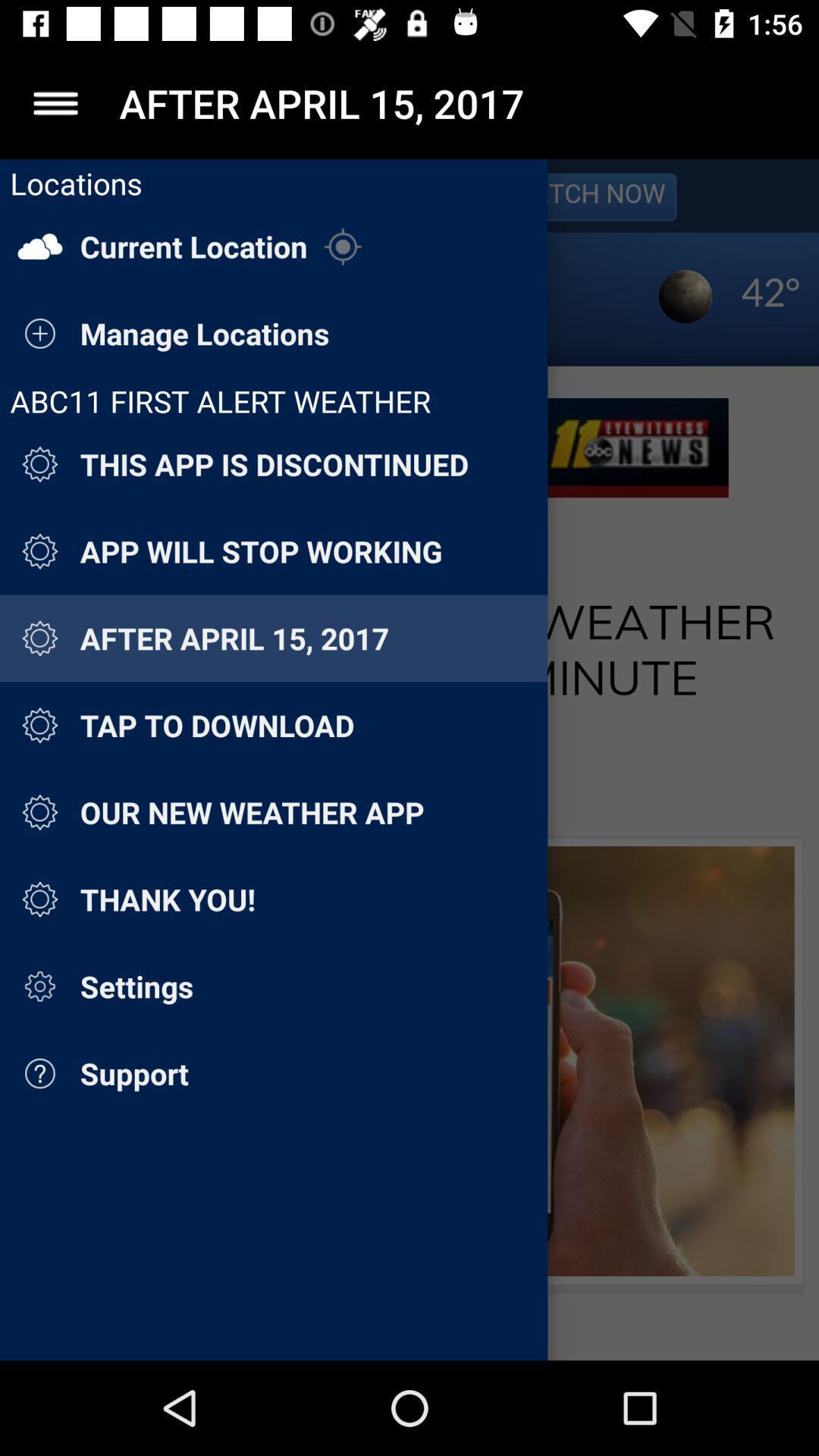 The image size is (819, 1456). Describe the element at coordinates (55, 102) in the screenshot. I see `settings` at that location.